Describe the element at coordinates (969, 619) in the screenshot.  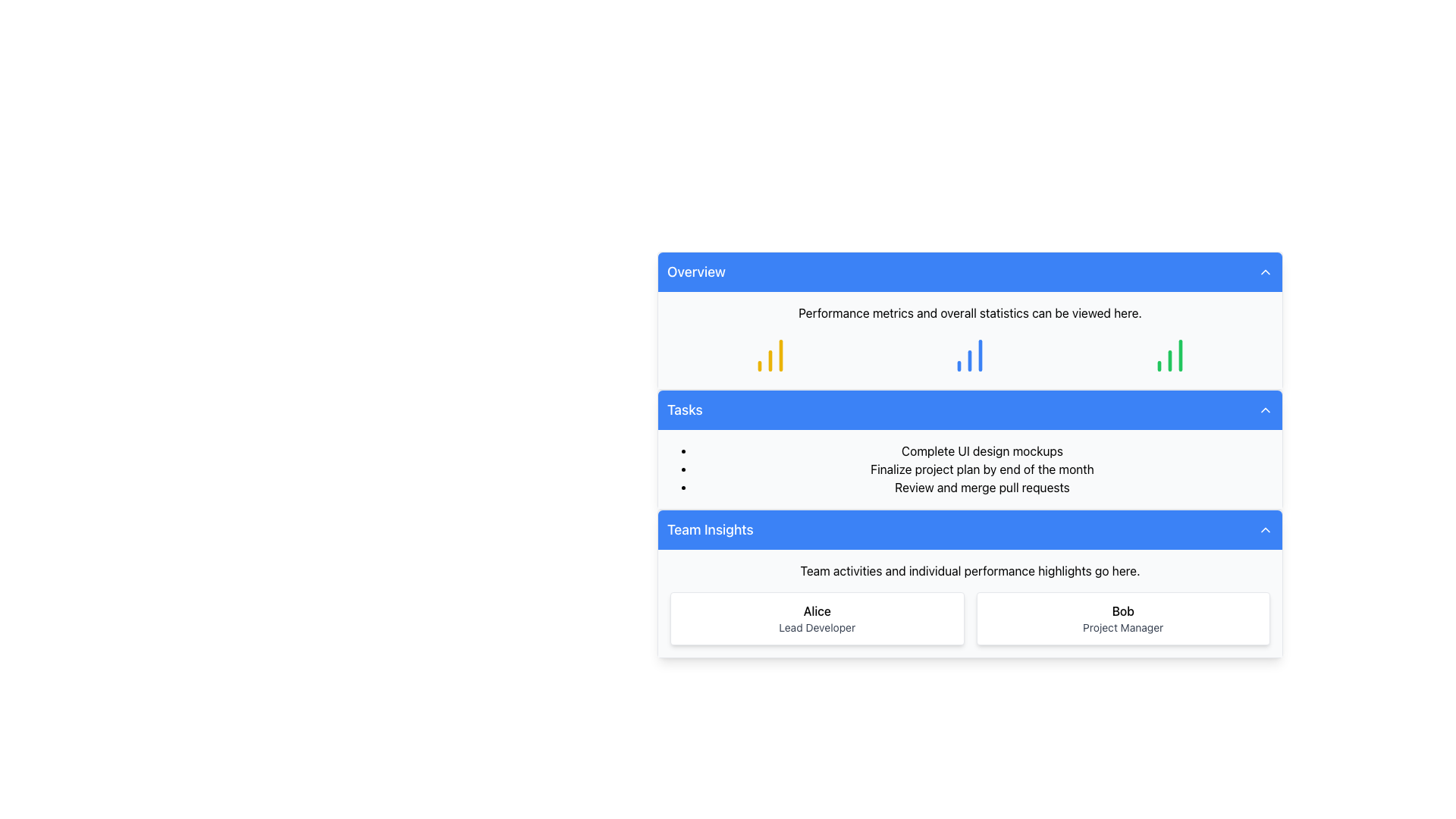
I see `the Grid containing profile cards in the 'Team Insights' section` at that location.